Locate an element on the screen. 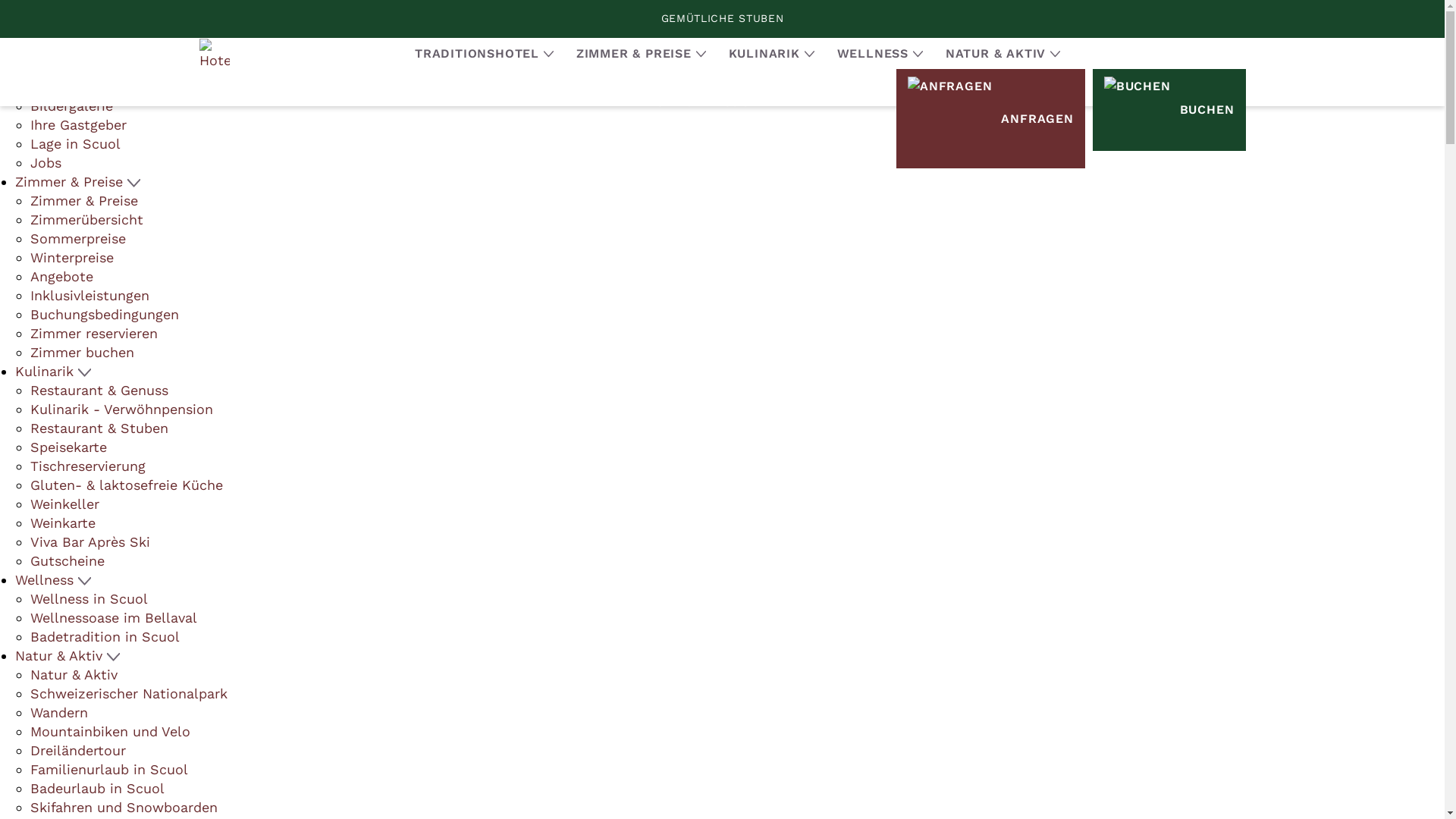  'Natur & Aktiv' is located at coordinates (73, 673).